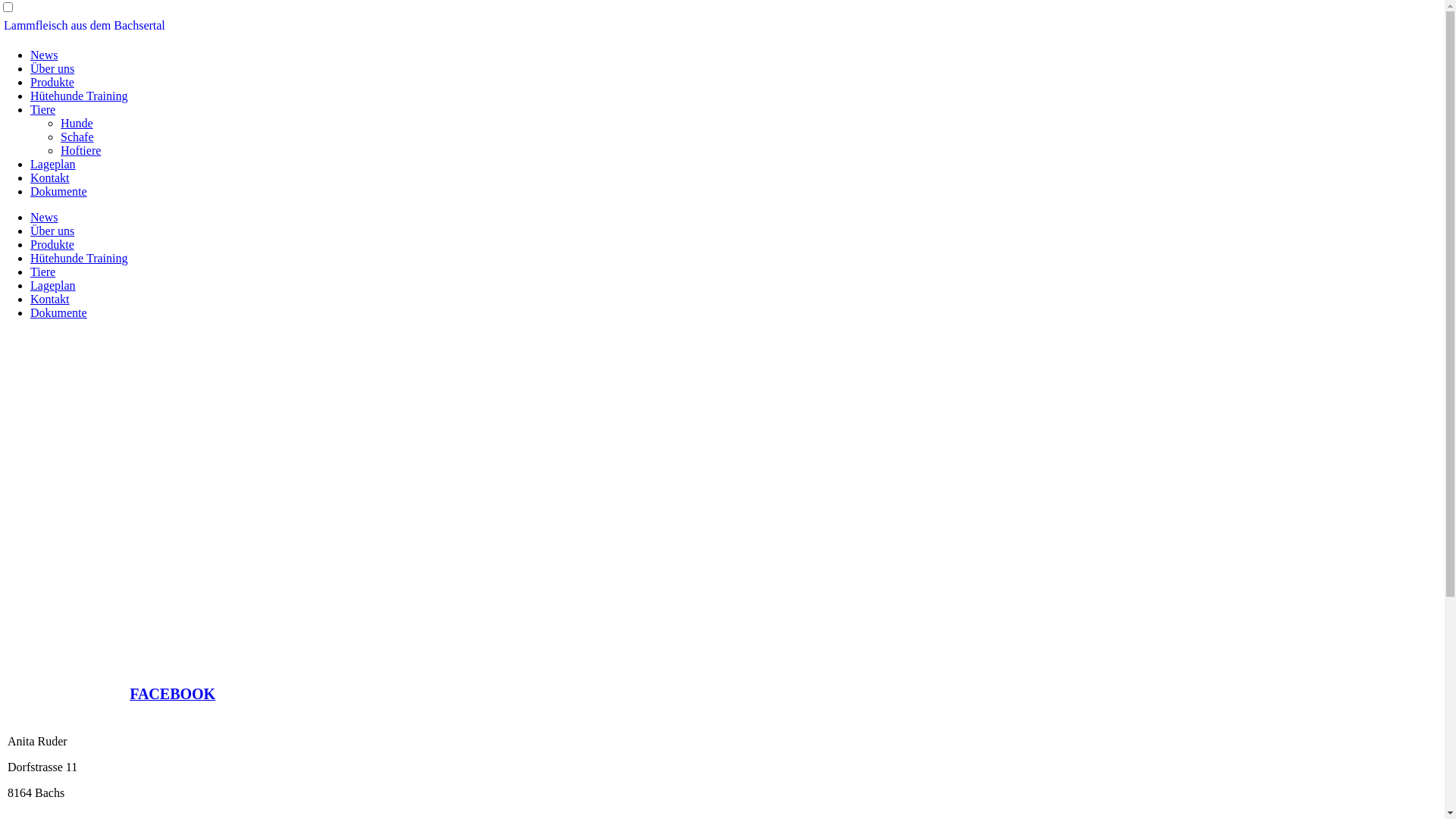  Describe the element at coordinates (83, 25) in the screenshot. I see `'Lammfleisch aus dem Bachsertal'` at that location.